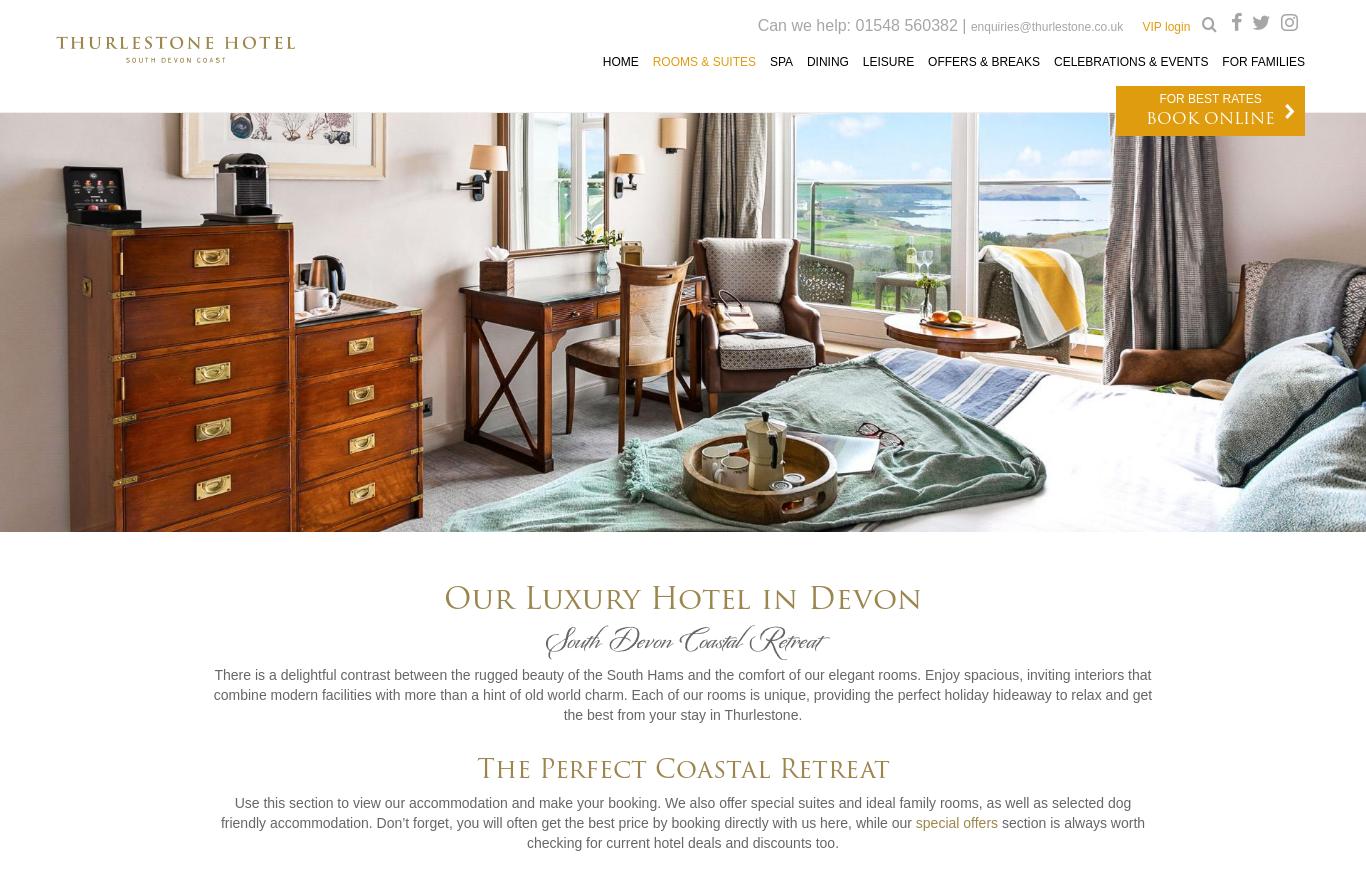 Image resolution: width=1366 pixels, height=873 pixels. Describe the element at coordinates (887, 60) in the screenshot. I see `'Leisure'` at that location.